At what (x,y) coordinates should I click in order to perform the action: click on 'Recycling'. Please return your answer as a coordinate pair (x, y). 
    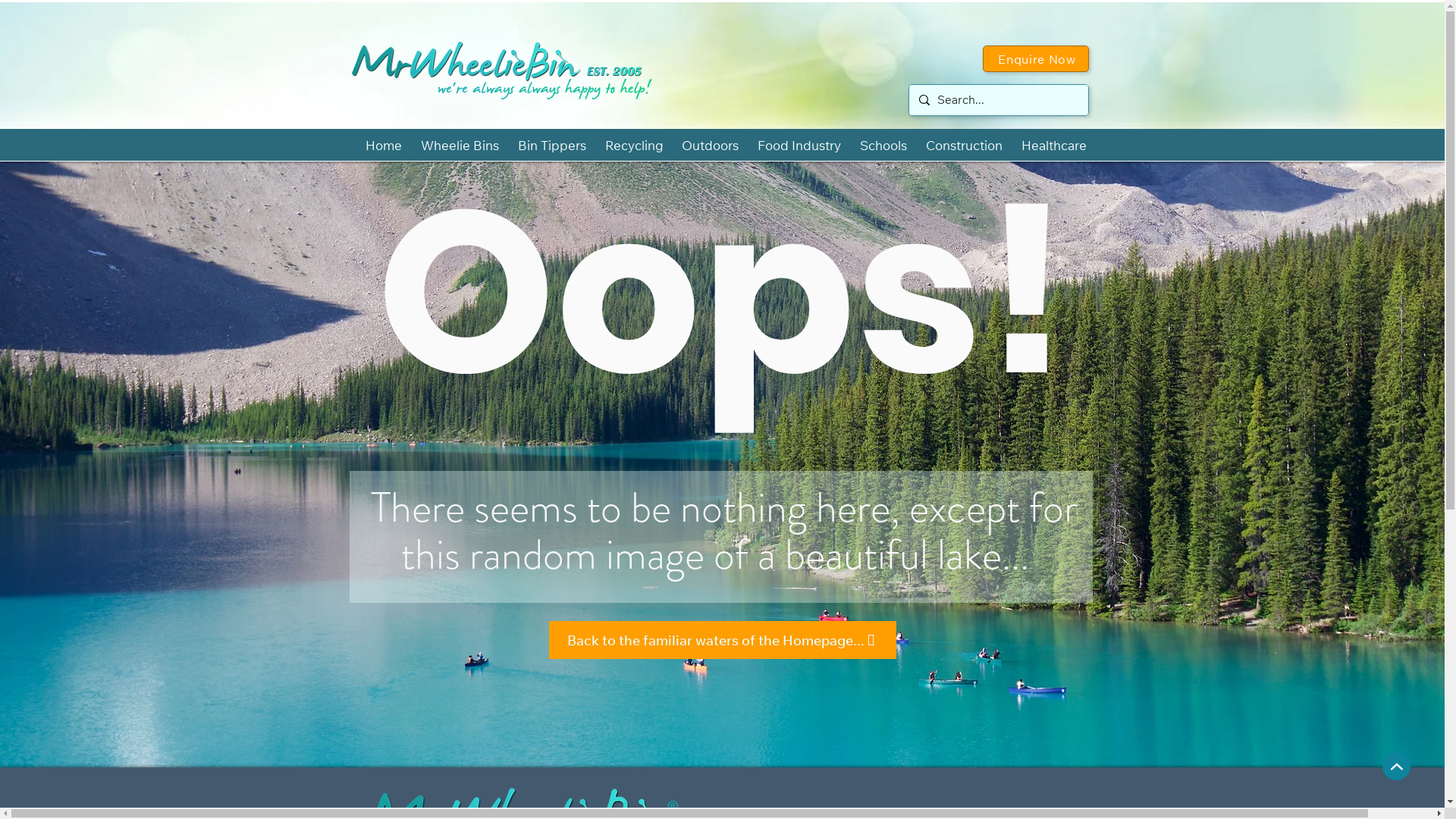
    Looking at the image, I should click on (596, 145).